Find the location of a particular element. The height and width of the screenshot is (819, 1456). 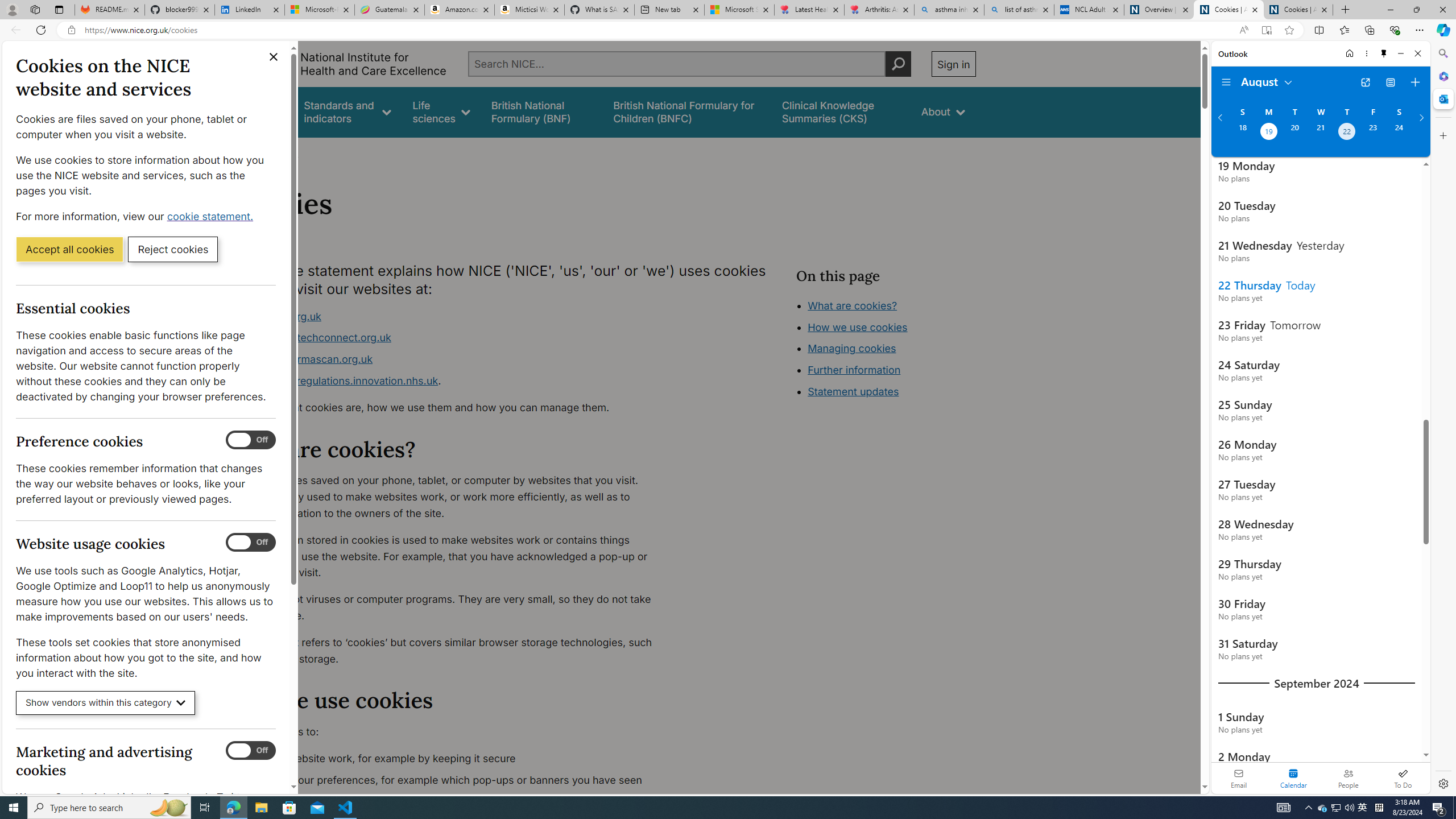

'Friday, August 23, 2024. ' is located at coordinates (1372, 133).